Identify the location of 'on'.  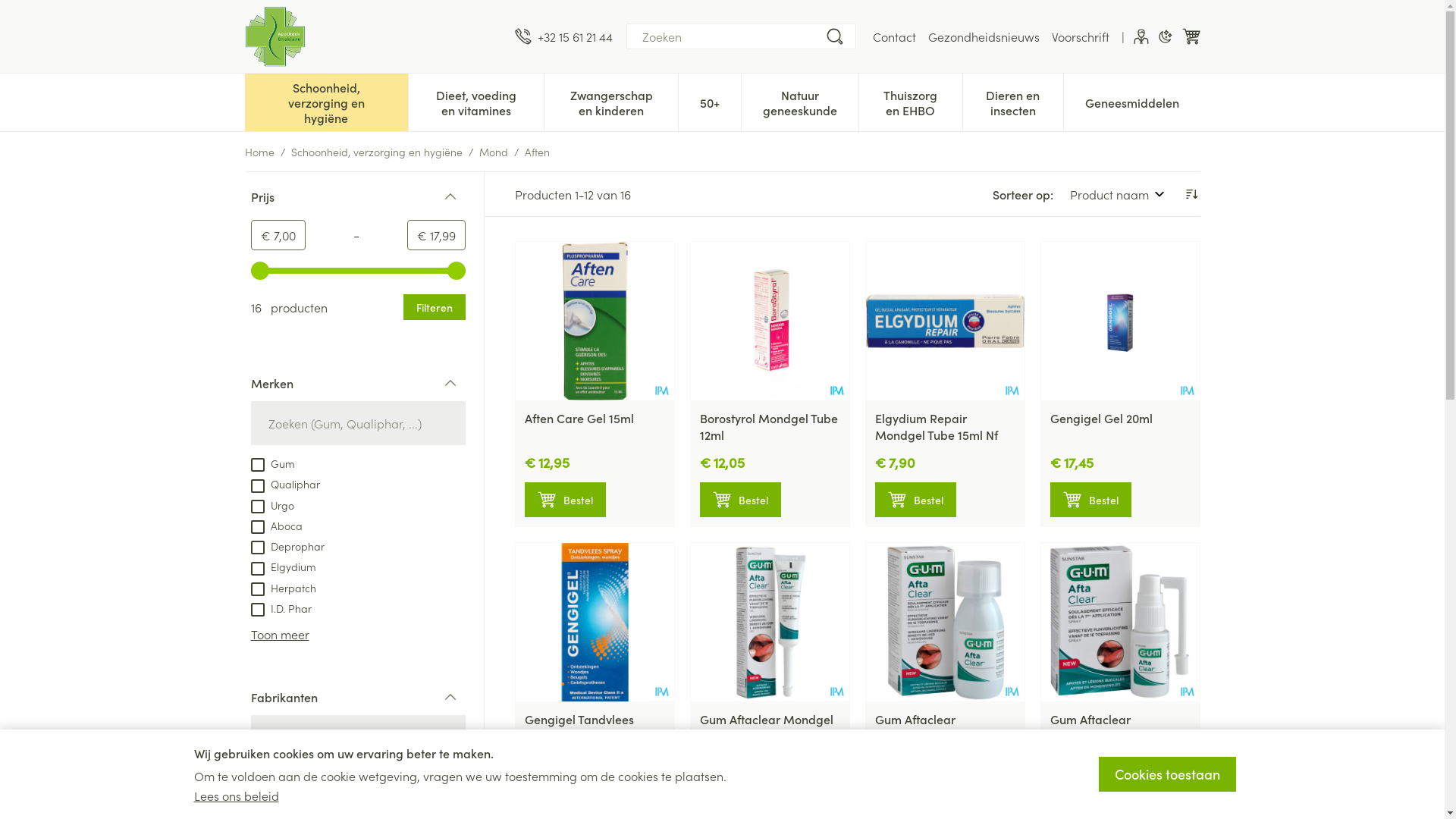
(250, 506).